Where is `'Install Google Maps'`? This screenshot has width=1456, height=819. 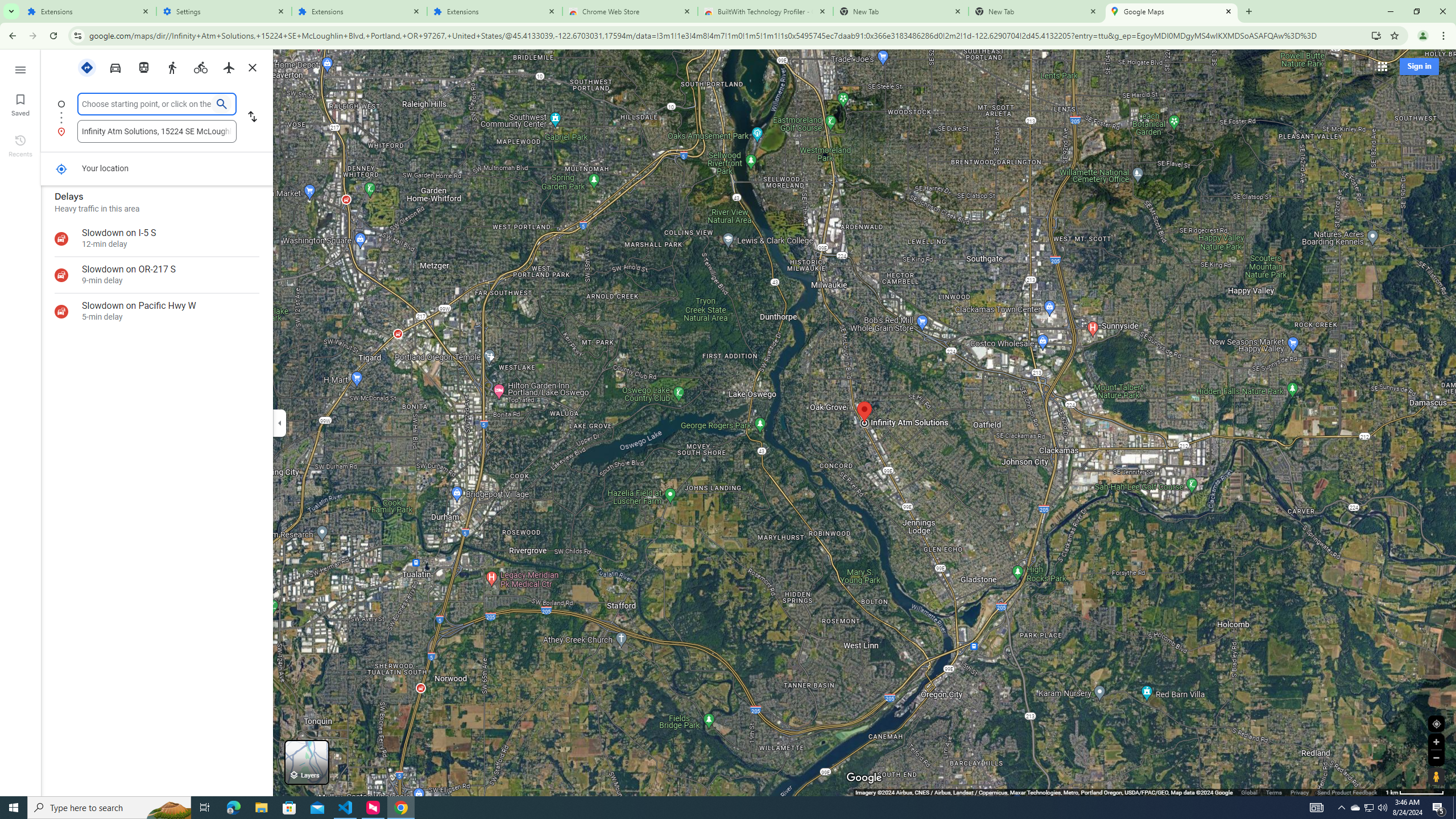 'Install Google Maps' is located at coordinates (1376, 35).